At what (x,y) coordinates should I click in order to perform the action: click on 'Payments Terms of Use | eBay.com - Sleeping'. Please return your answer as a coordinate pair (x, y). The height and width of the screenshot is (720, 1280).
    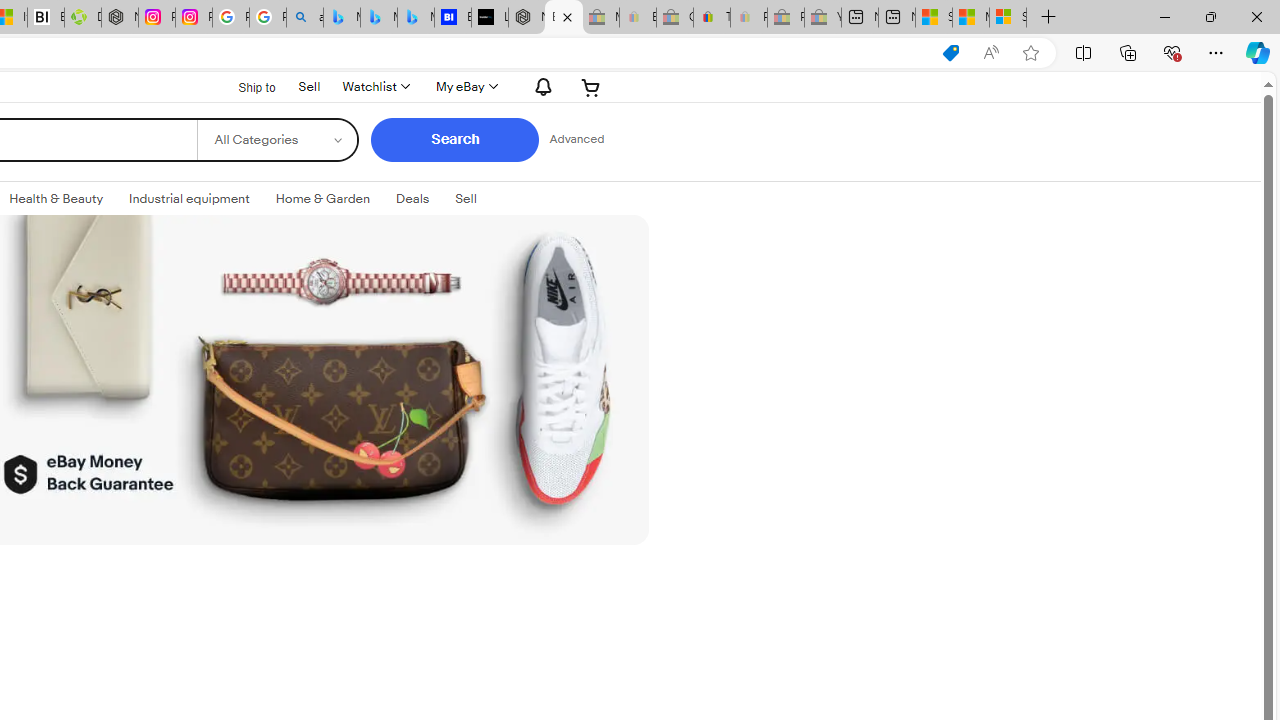
    Looking at the image, I should click on (747, 17).